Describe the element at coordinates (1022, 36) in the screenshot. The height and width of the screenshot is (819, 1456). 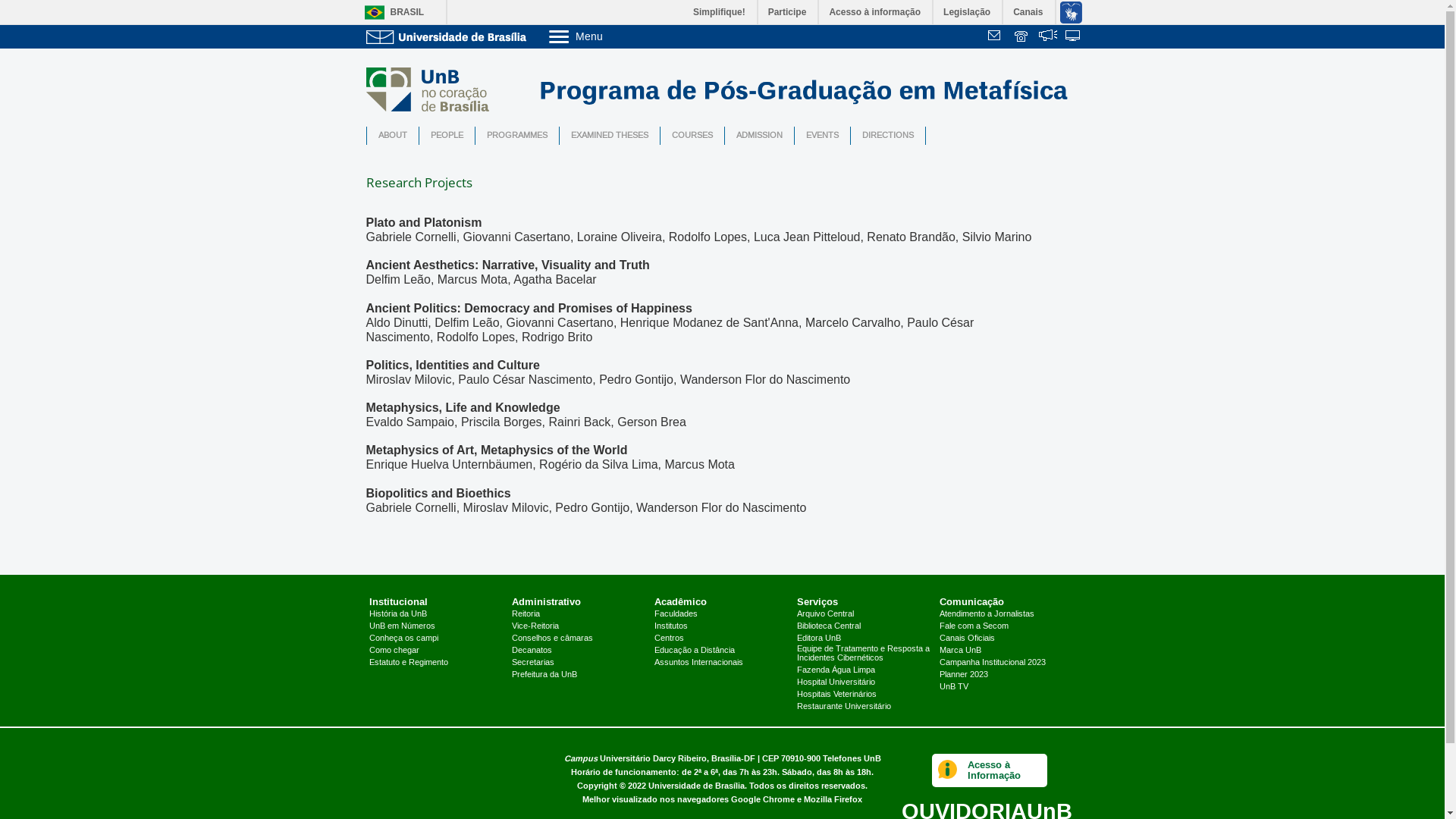
I see `' '` at that location.